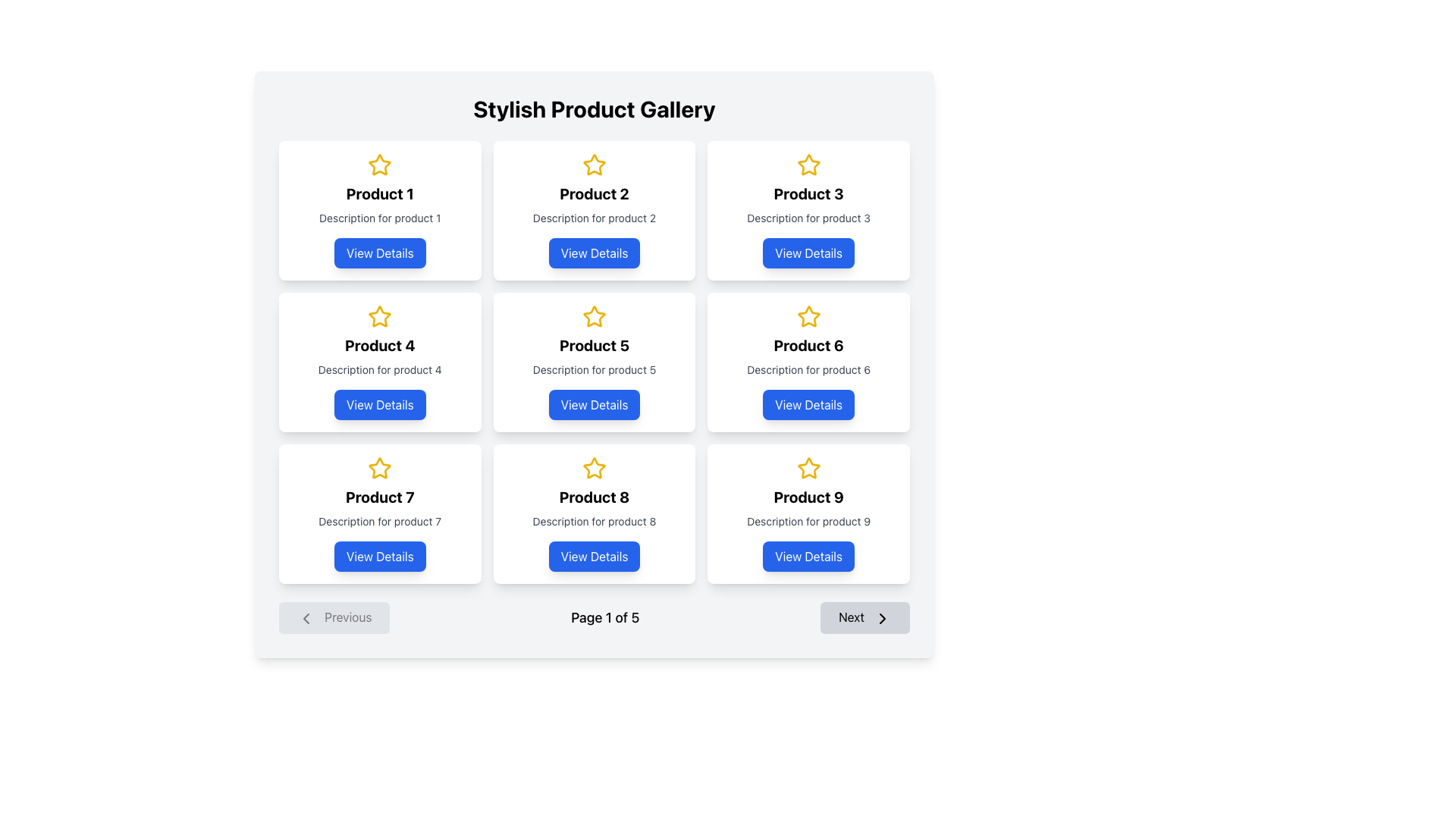 The width and height of the screenshot is (1456, 819). I want to click on the text element that displays the product name, located at the upper-center of the first product card in the grid-based gallery, positioned below the star icon and above the descriptive text, so click(380, 193).